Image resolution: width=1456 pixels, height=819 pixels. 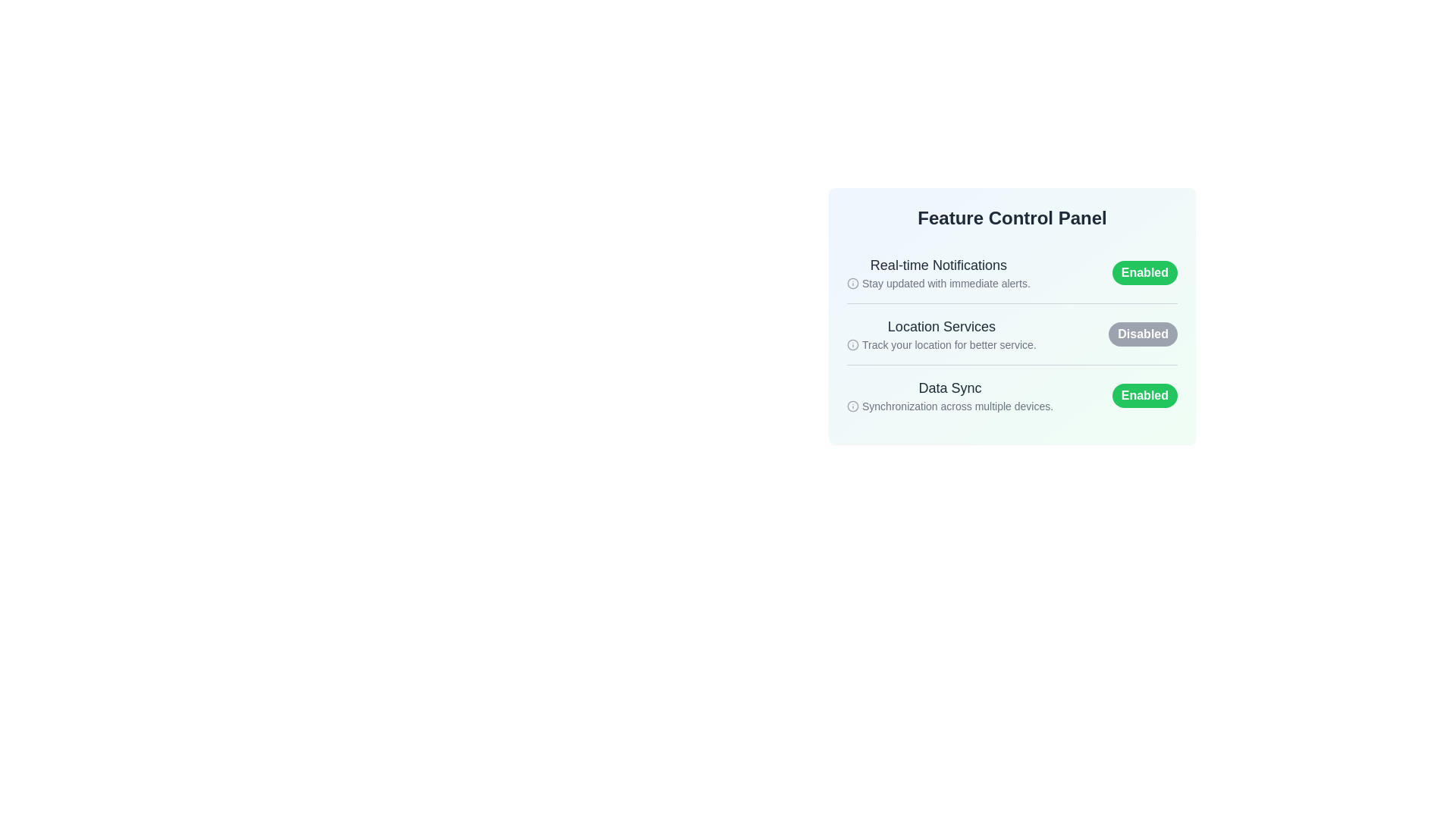 I want to click on the informational icon for the Location Services feature, so click(x=852, y=345).